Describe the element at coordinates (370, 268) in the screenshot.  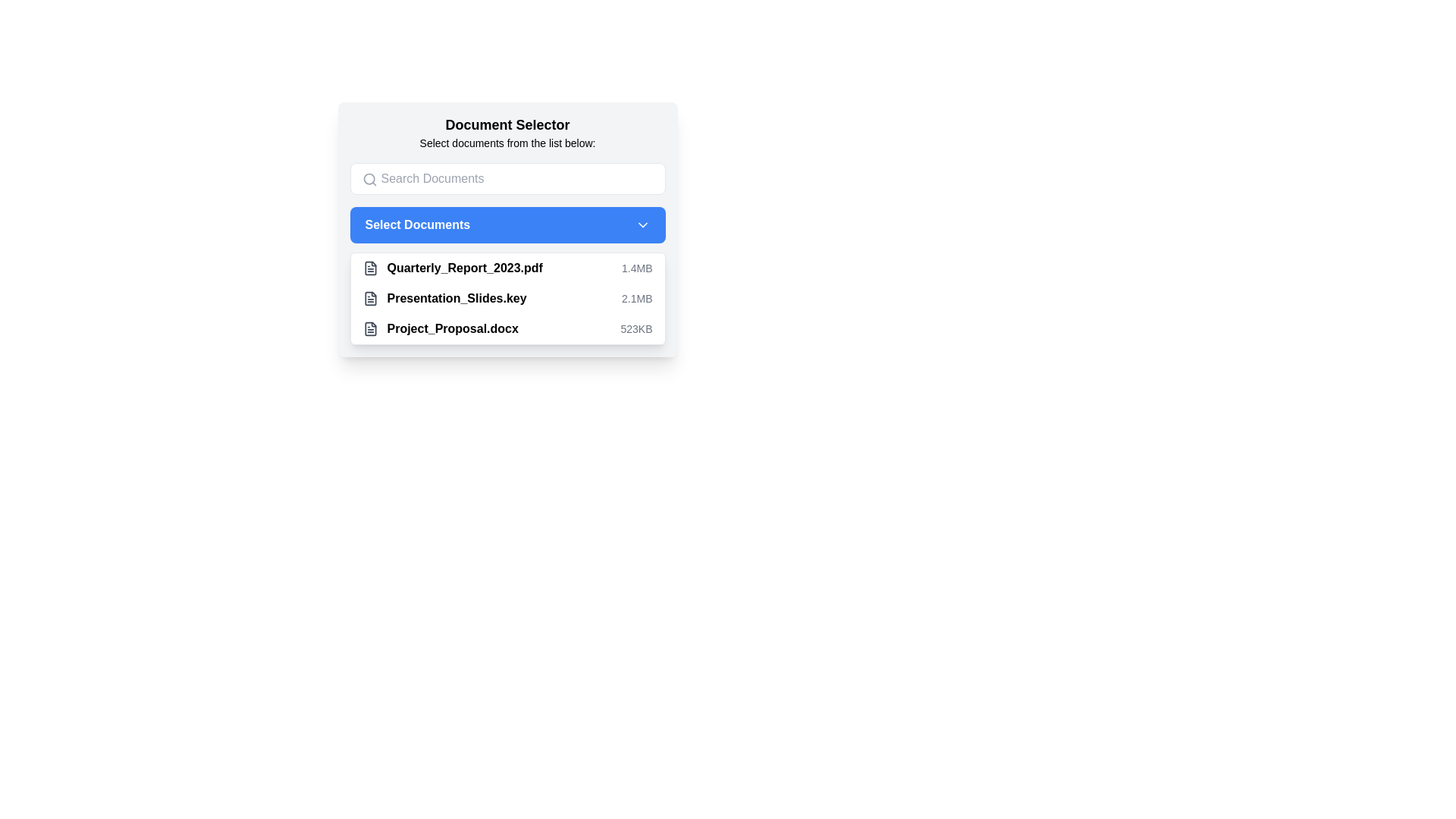
I see `PDF file icon representing 'Quarterly_Report_2023.pdf' located at the far left of the row containing the text` at that location.